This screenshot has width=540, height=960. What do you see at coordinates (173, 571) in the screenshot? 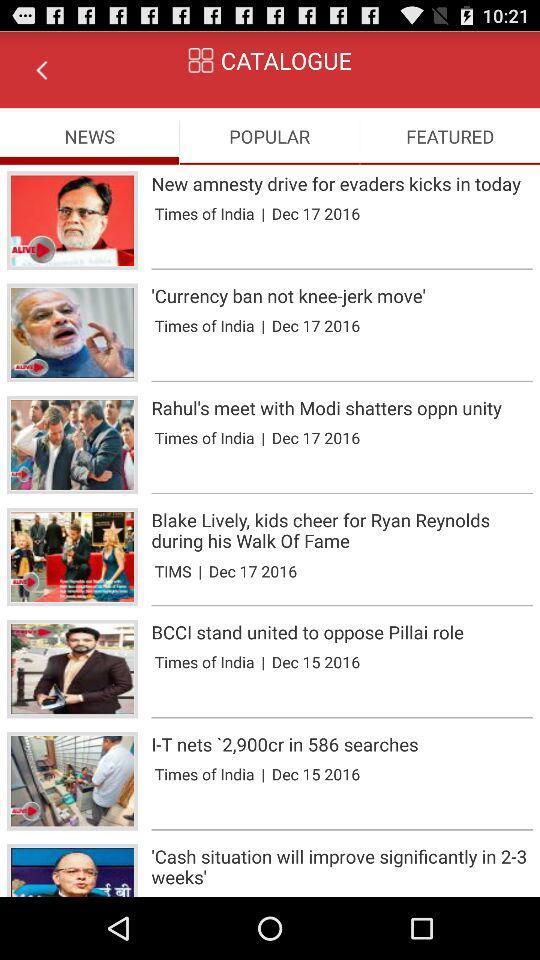
I see `the tims app` at bounding box center [173, 571].